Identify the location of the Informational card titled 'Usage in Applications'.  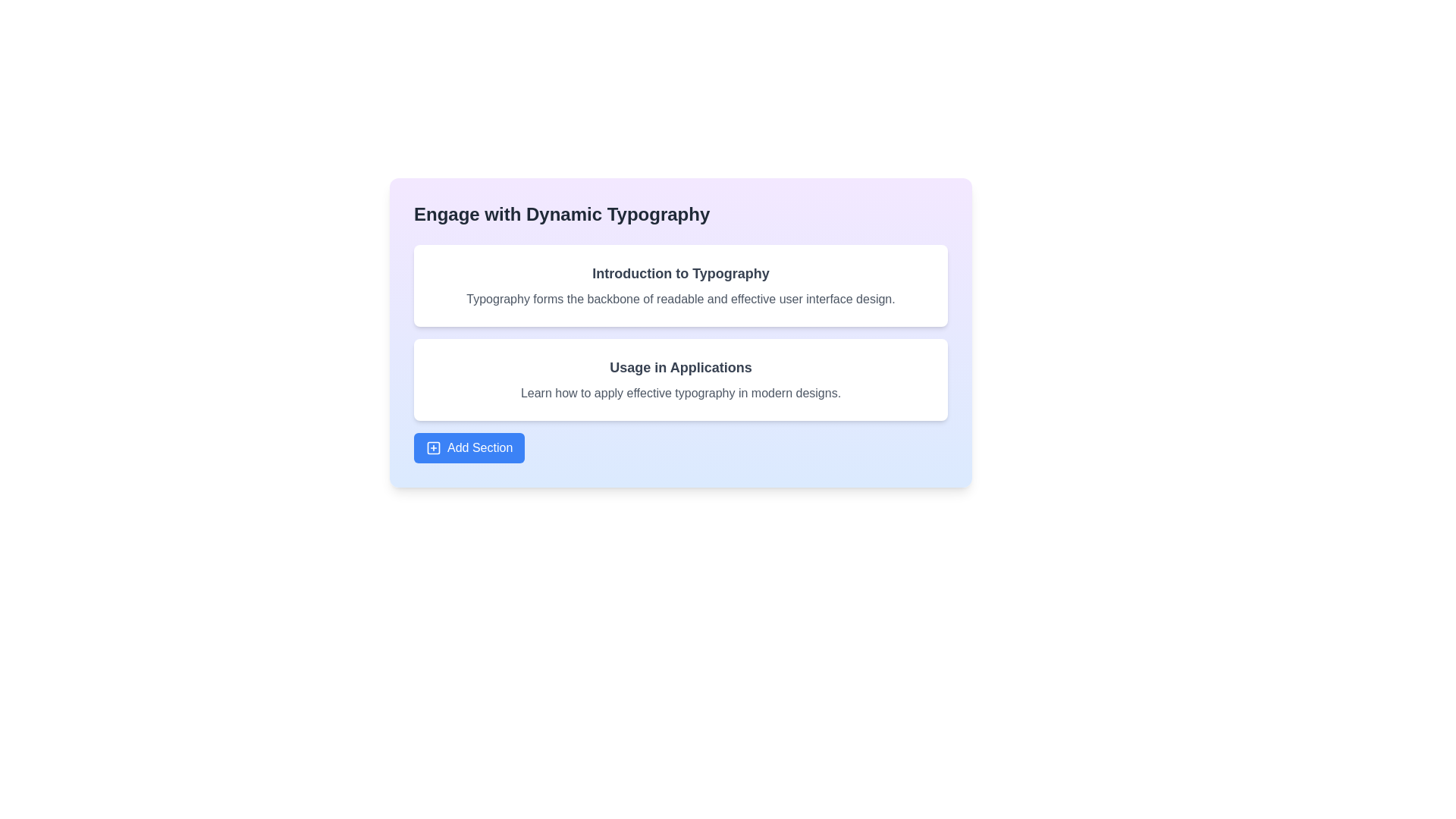
(679, 379).